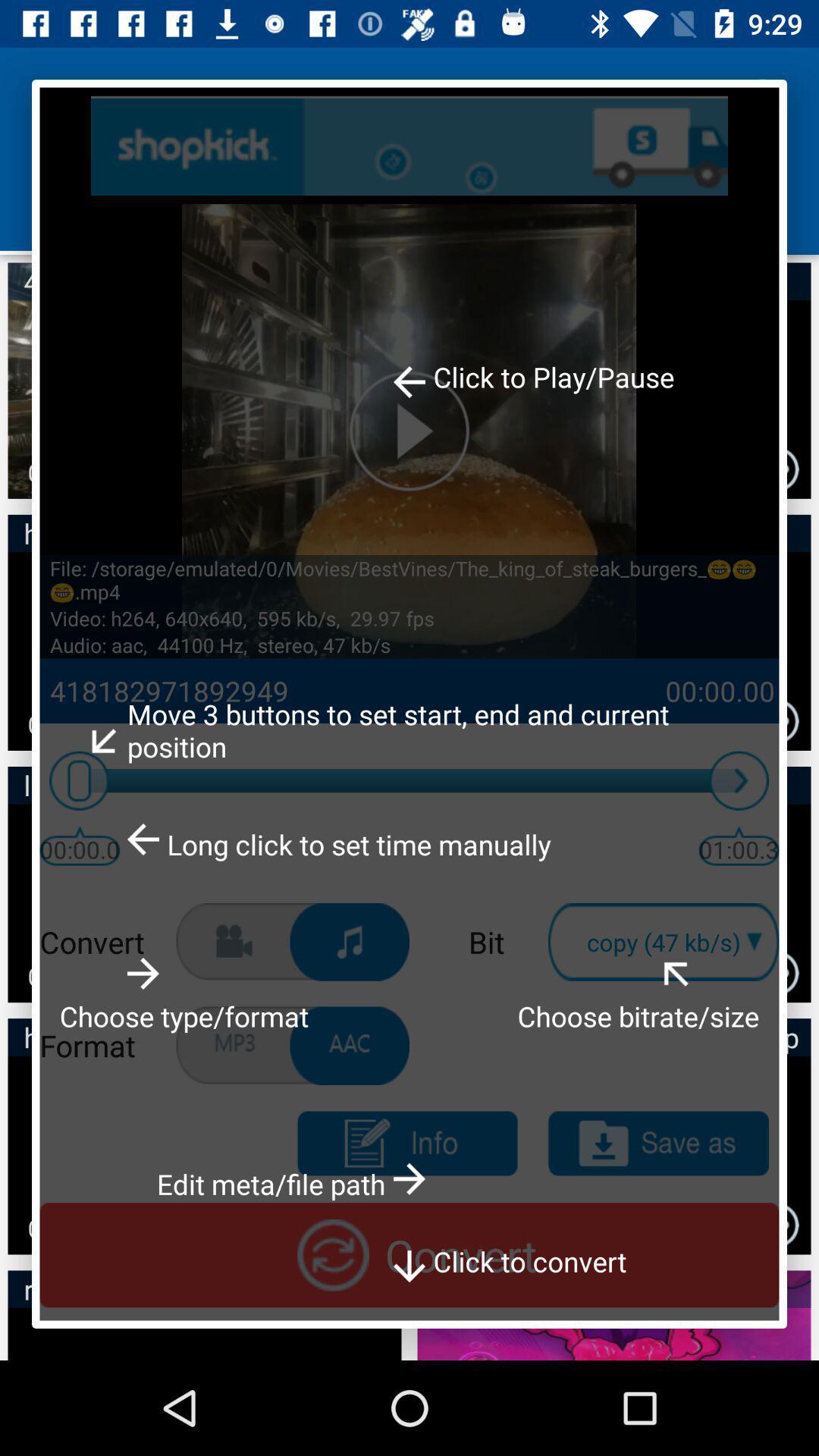 Image resolution: width=819 pixels, height=1456 pixels. What do you see at coordinates (350, 941) in the screenshot?
I see `music` at bounding box center [350, 941].